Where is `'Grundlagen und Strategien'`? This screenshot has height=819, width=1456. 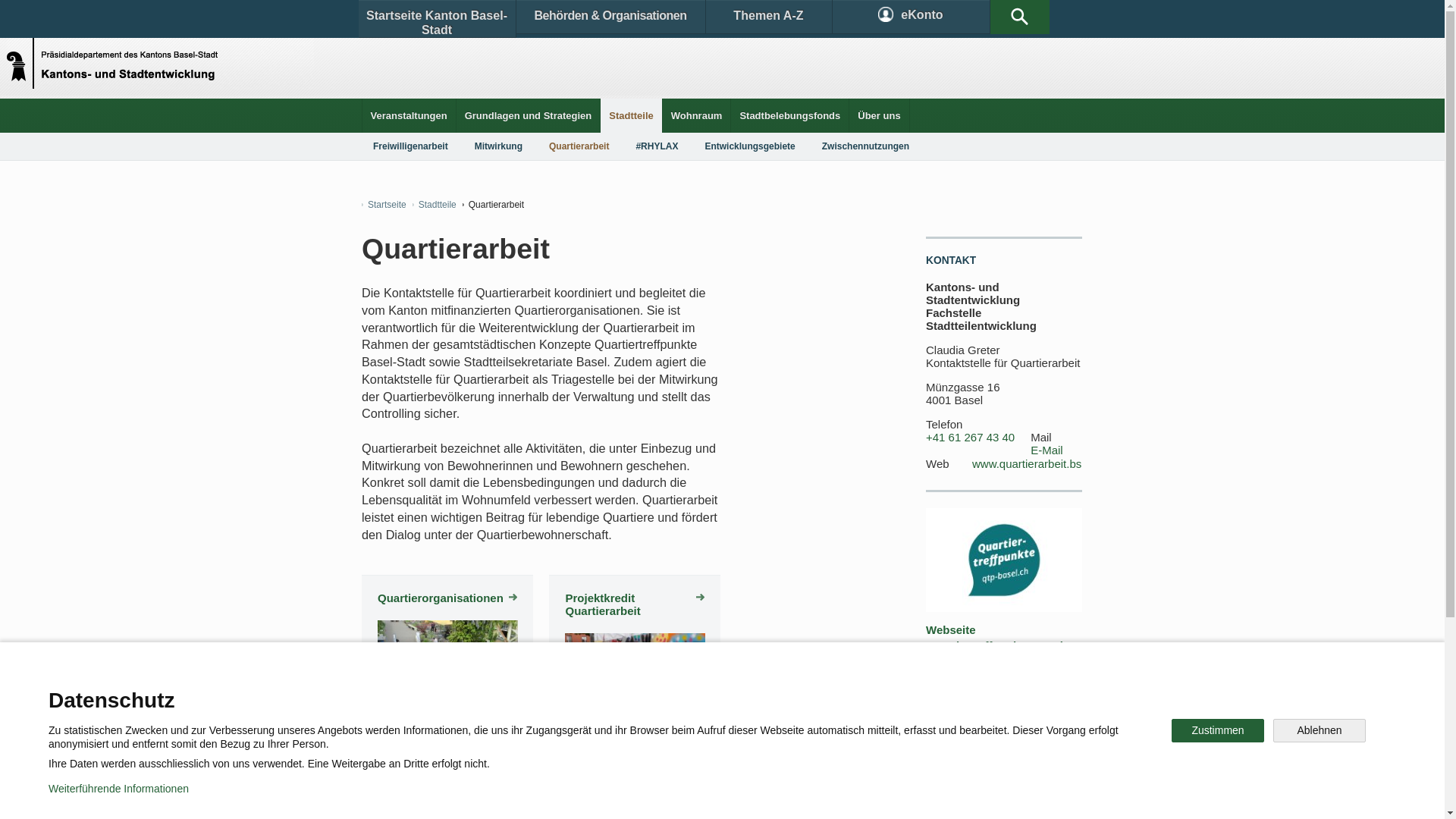 'Grundlagen und Strategien' is located at coordinates (528, 115).